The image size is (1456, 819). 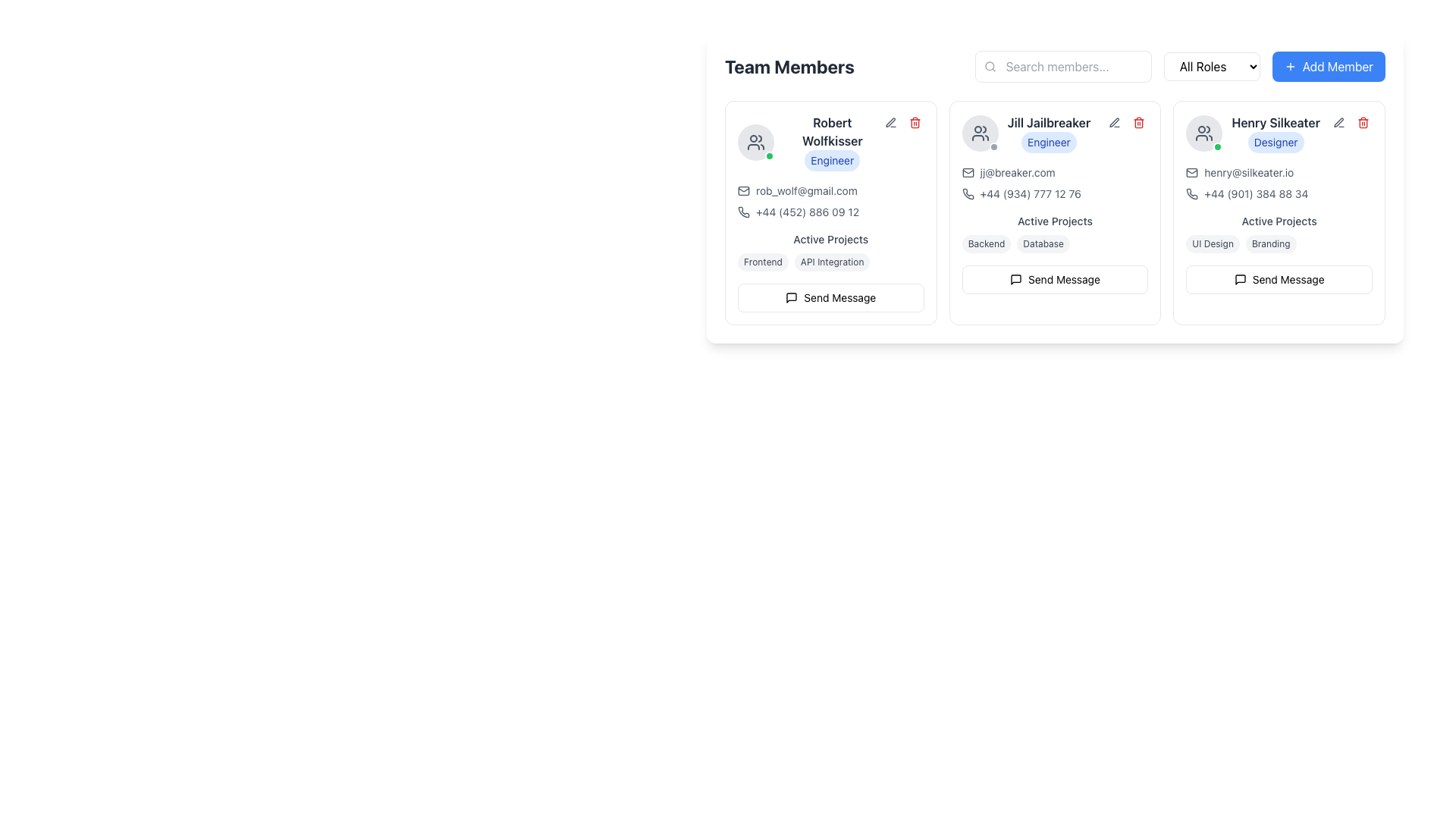 I want to click on the send message button located at the bottom of Robert Wolfkisser's card, below the 'Active Projects' section, so click(x=830, y=298).